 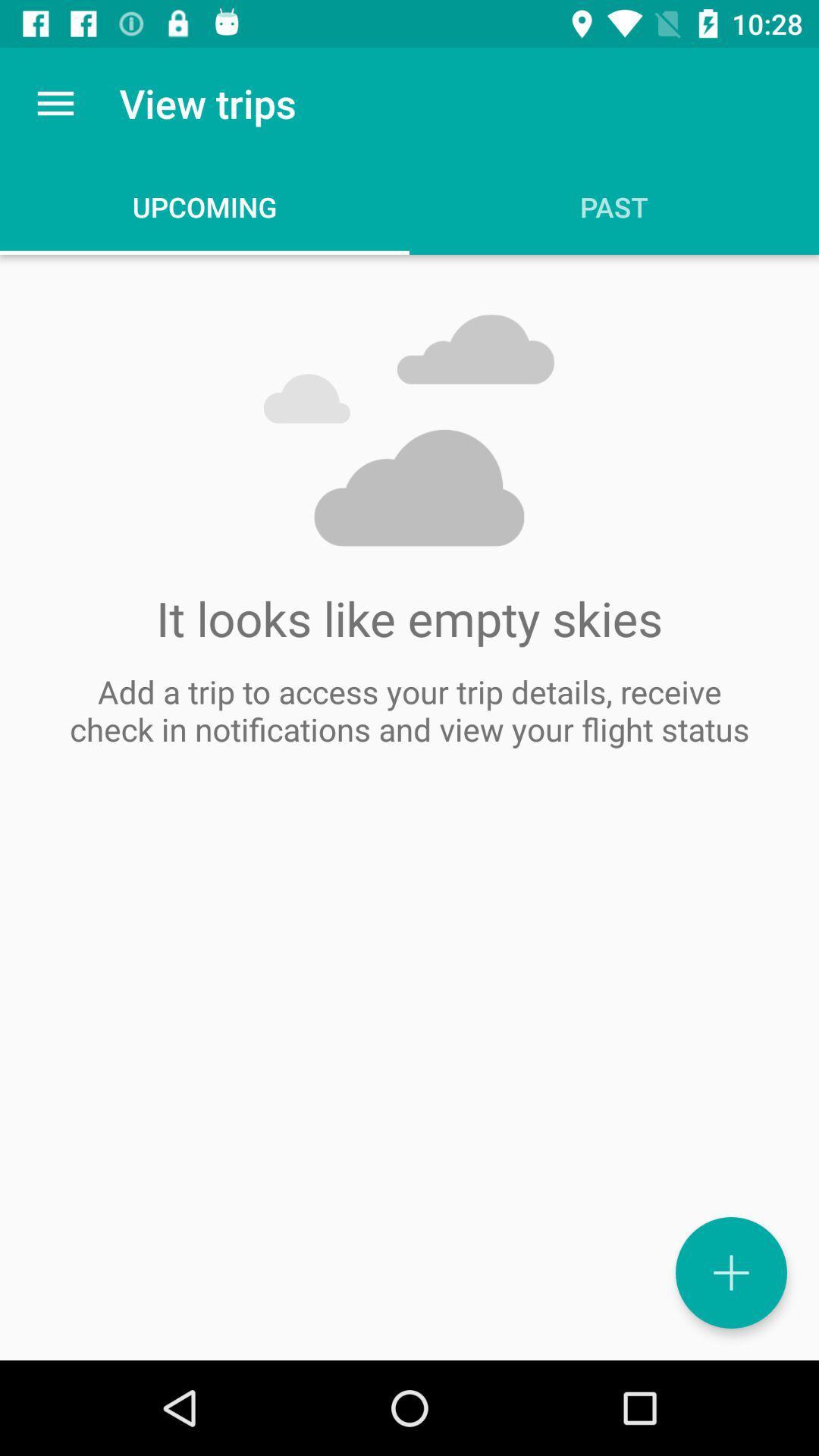 What do you see at coordinates (730, 1272) in the screenshot?
I see `trips` at bounding box center [730, 1272].